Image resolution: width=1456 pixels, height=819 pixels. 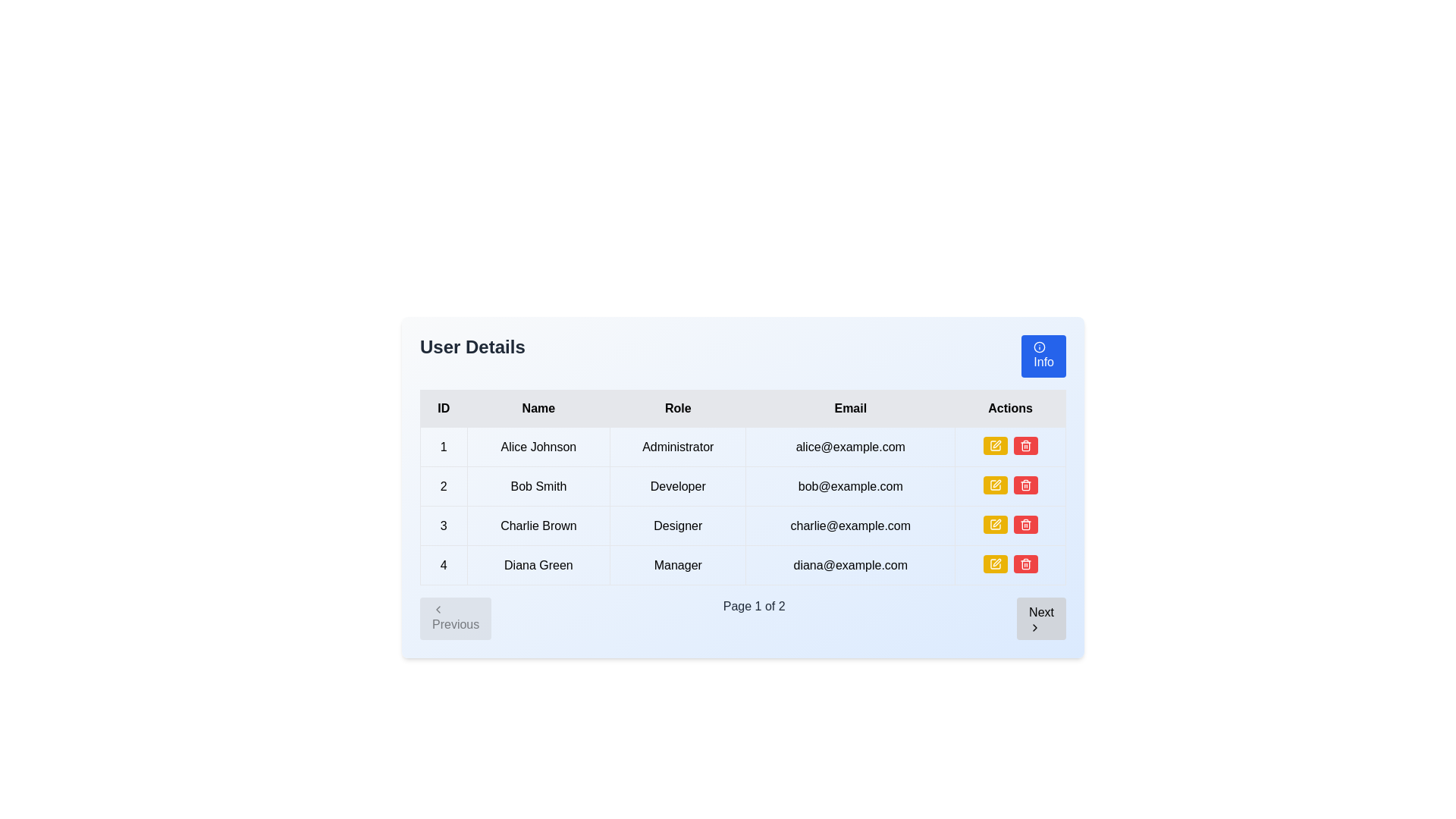 I want to click on the yellow button with a white pen icon in the 'Actions' column of the fourth row of the 'User Details' table to initiate the edit action for the user, so click(x=995, y=564).